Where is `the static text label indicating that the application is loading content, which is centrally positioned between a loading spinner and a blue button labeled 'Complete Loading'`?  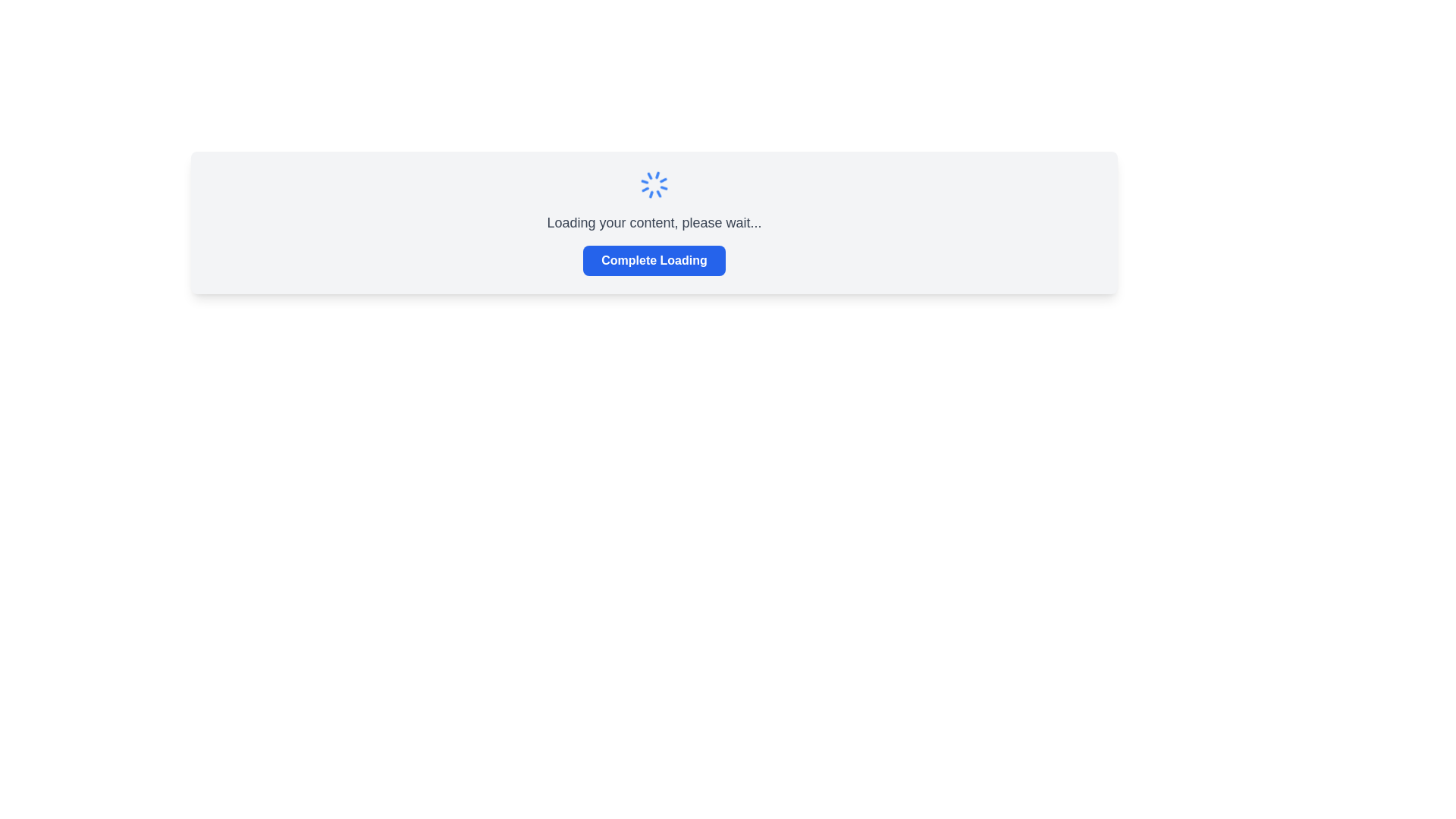 the static text label indicating that the application is loading content, which is centrally positioned between a loading spinner and a blue button labeled 'Complete Loading' is located at coordinates (654, 222).